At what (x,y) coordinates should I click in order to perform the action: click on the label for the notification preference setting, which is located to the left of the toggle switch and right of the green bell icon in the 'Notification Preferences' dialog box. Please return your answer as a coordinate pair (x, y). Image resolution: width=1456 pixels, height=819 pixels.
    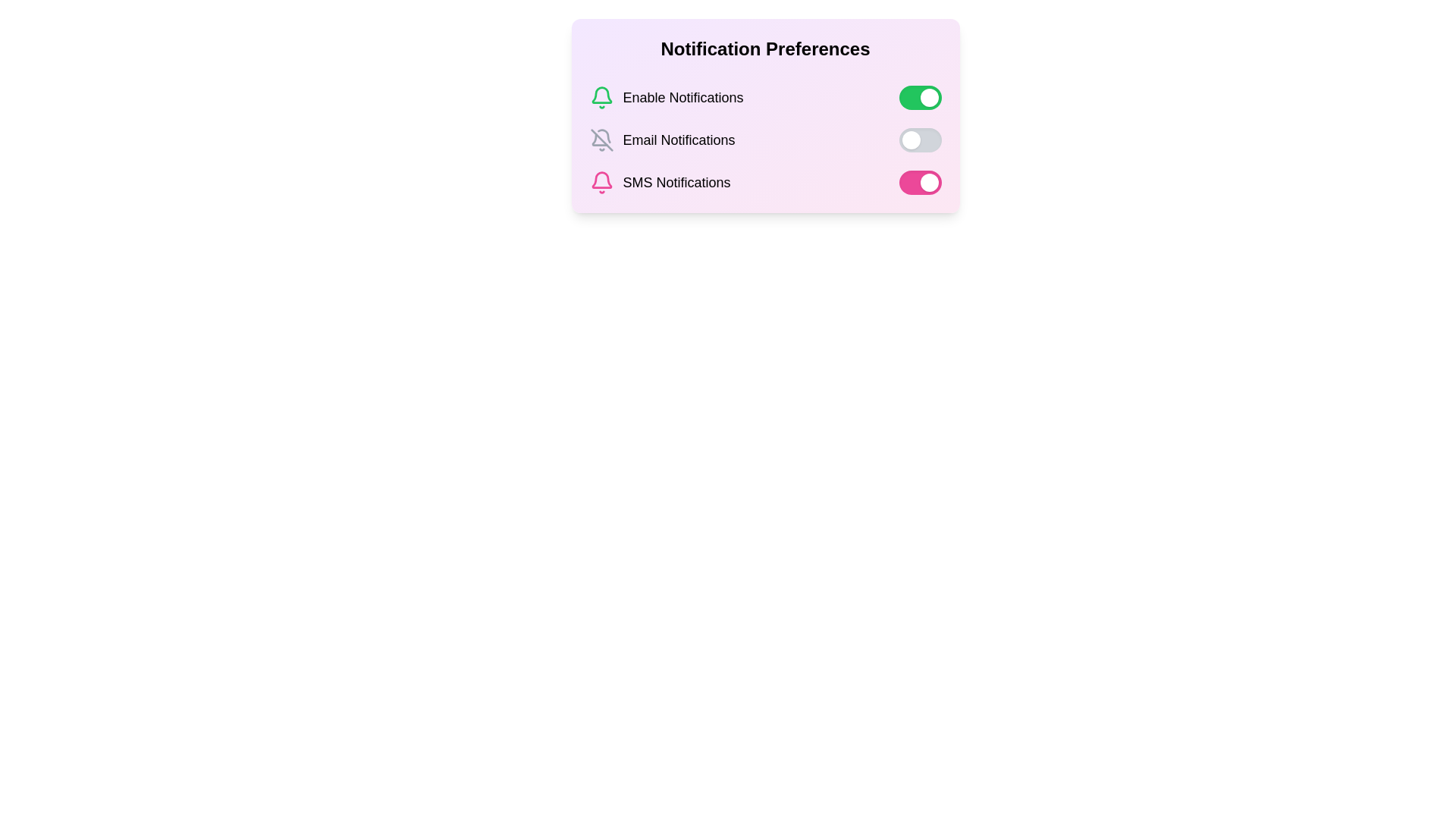
    Looking at the image, I should click on (682, 97).